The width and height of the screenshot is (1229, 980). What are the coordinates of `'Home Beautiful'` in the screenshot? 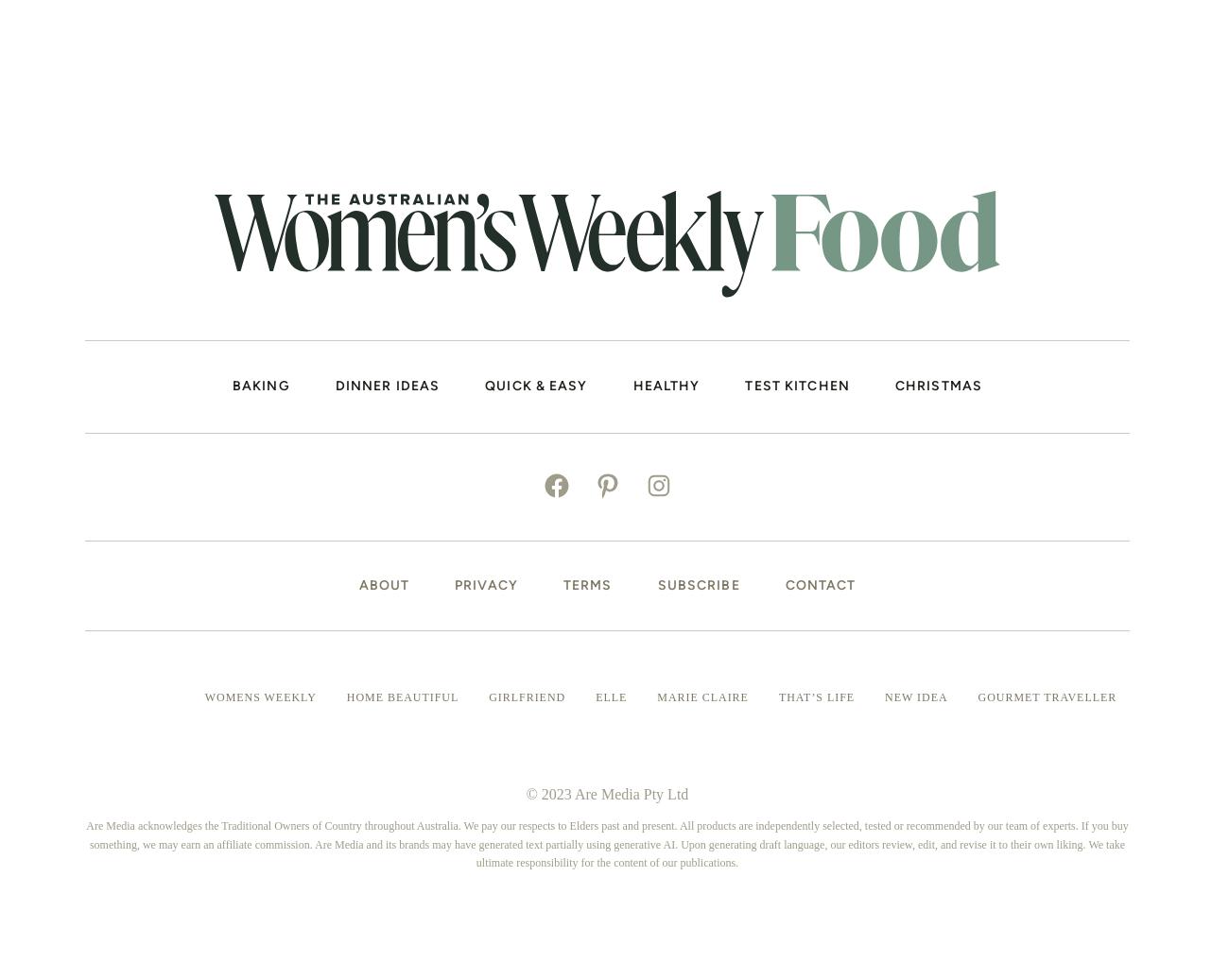 It's located at (344, 696).